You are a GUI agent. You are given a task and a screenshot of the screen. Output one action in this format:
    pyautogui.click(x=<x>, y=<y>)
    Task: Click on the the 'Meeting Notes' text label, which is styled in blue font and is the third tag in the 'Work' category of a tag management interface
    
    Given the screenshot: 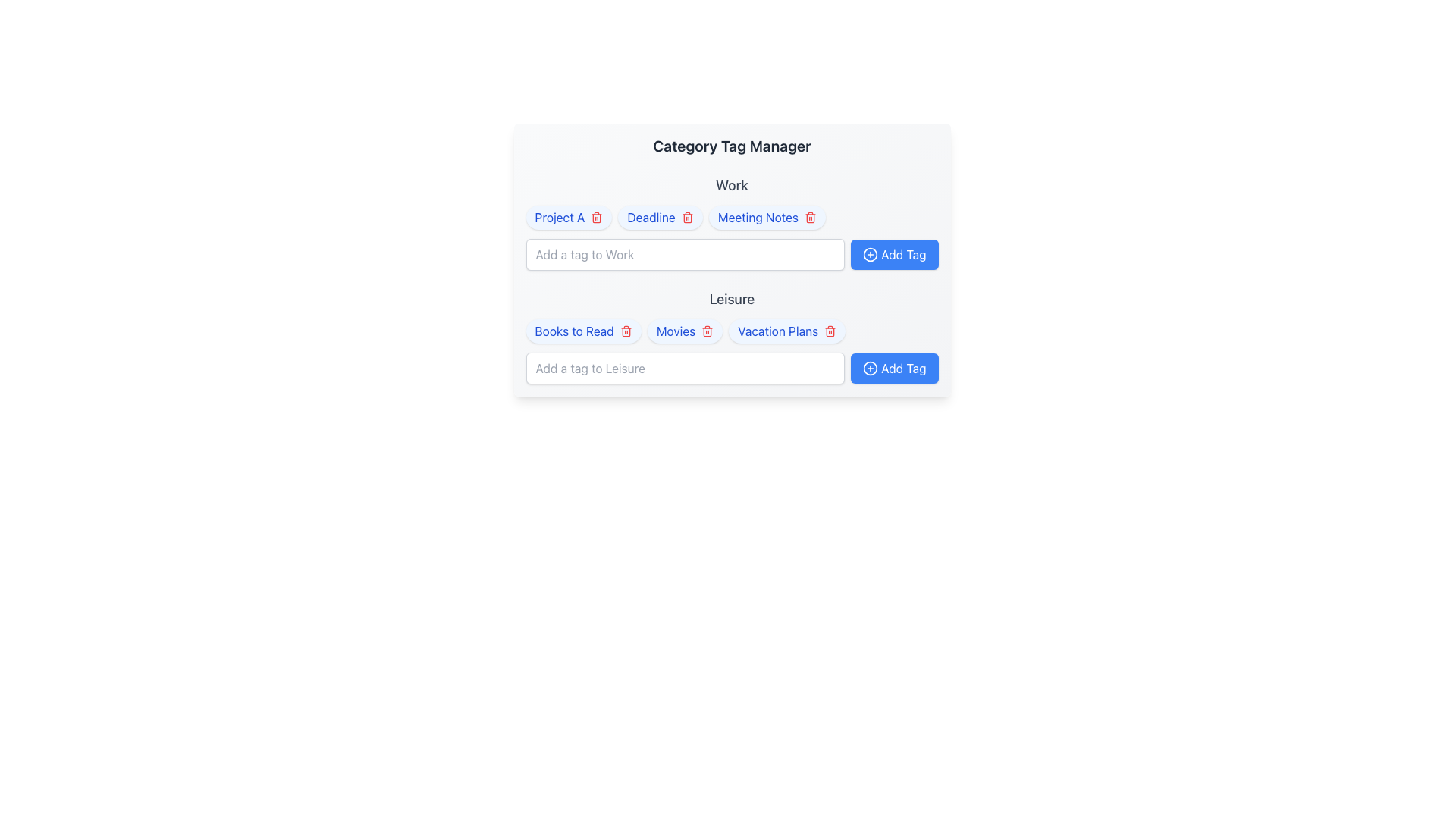 What is the action you would take?
    pyautogui.click(x=758, y=217)
    